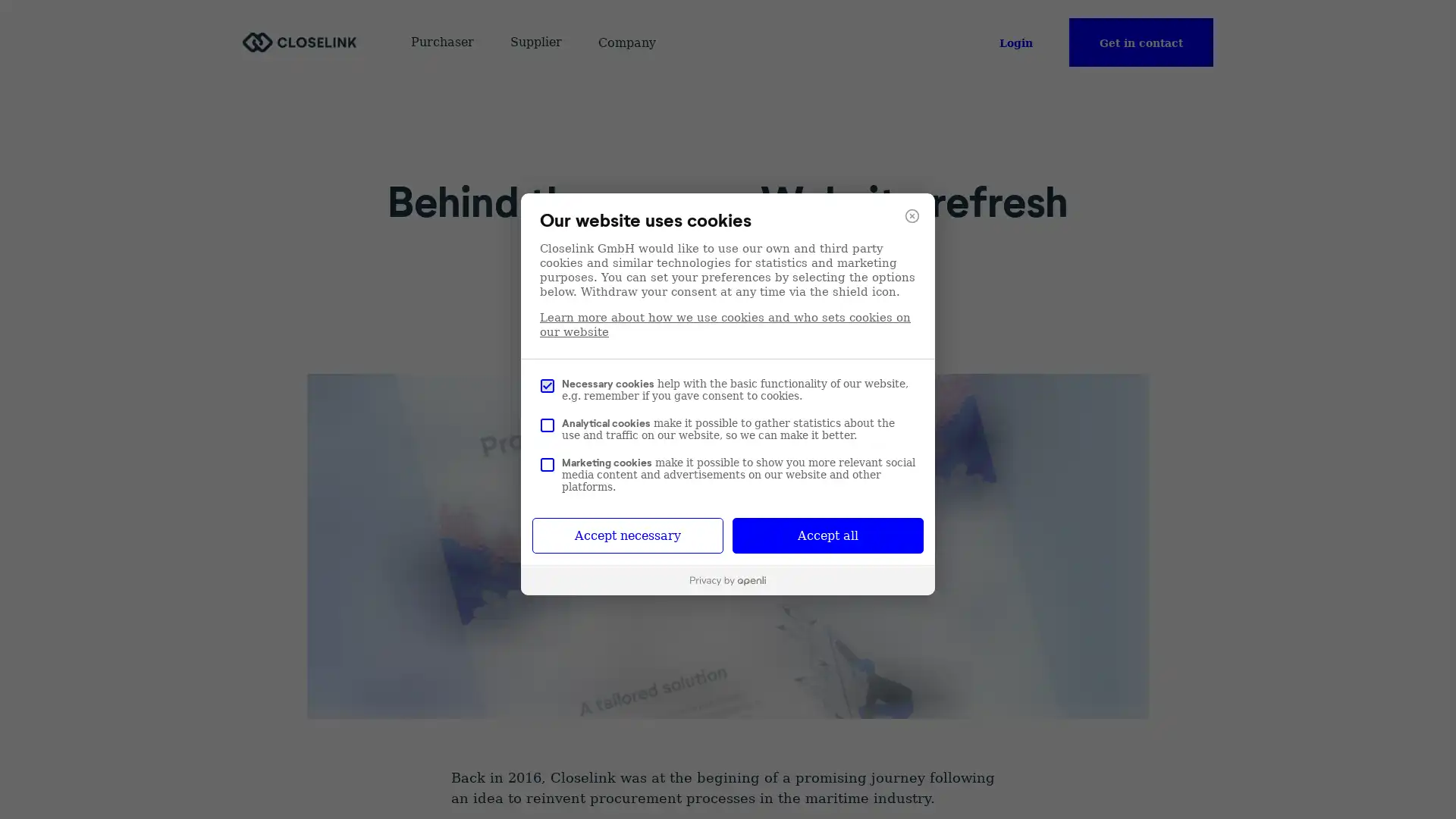 The image size is (1456, 819). Describe the element at coordinates (827, 529) in the screenshot. I see `Accept all` at that location.